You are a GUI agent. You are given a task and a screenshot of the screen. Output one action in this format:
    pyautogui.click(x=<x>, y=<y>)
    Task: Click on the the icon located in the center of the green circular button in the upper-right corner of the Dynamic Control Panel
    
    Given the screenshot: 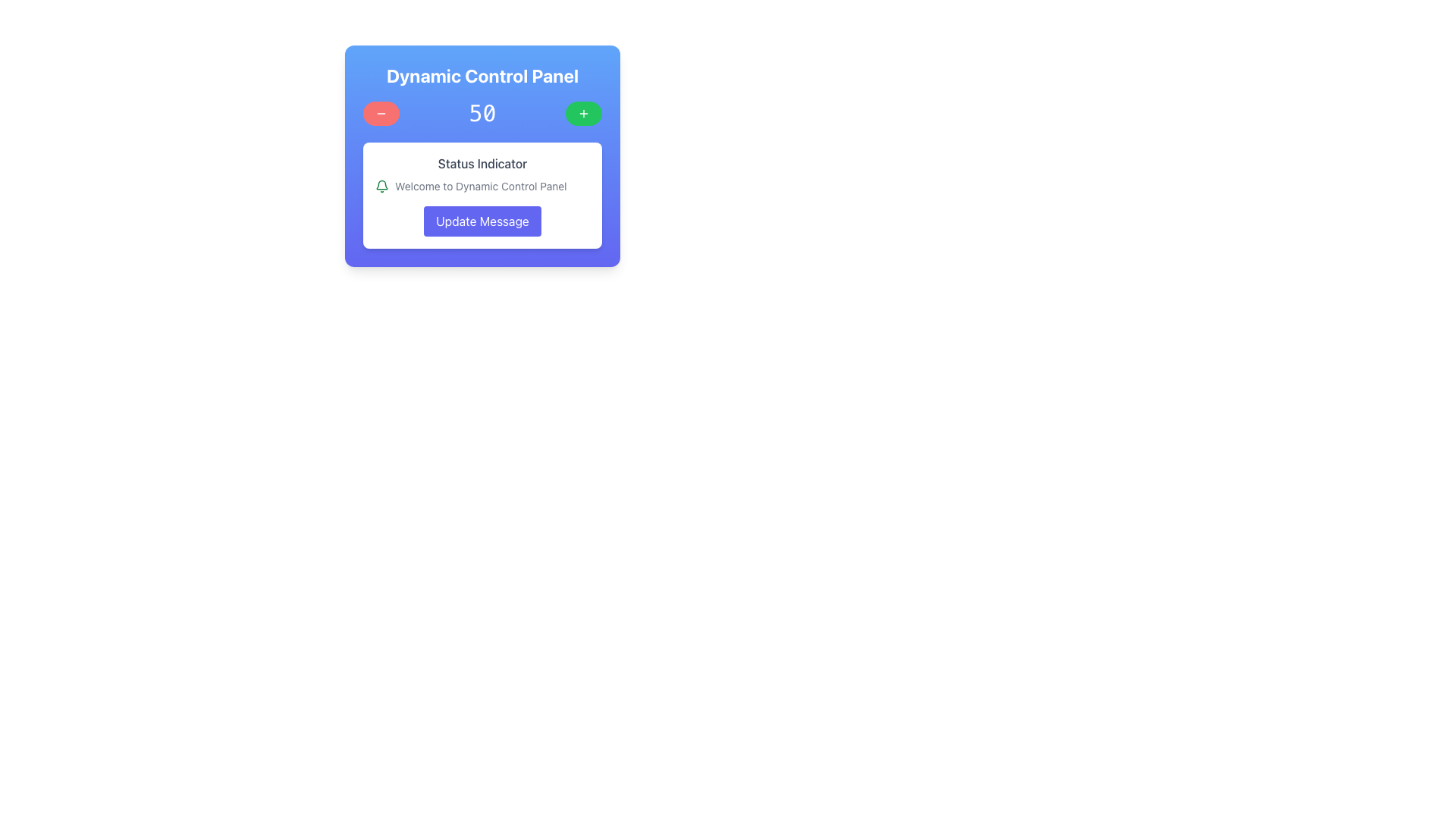 What is the action you would take?
    pyautogui.click(x=582, y=113)
    